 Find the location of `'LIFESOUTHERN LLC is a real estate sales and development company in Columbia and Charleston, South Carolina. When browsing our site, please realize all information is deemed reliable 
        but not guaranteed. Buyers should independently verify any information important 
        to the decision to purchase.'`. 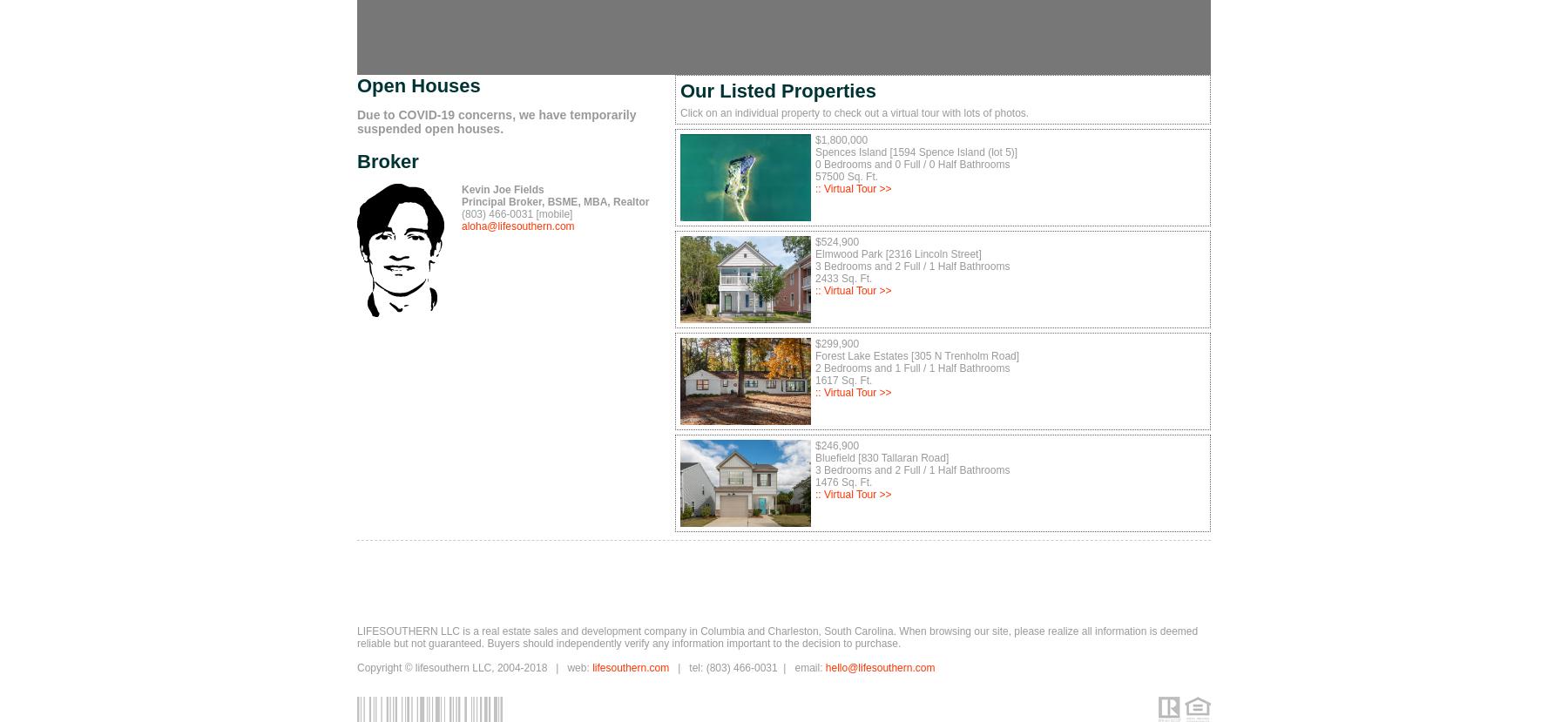

'LIFESOUTHERN LLC is a real estate sales and development company in Columbia and Charleston, South Carolina. When browsing our site, please realize all information is deemed reliable 
        but not guaranteed. Buyers should independently verify any information important 
        to the decision to purchase.' is located at coordinates (357, 637).